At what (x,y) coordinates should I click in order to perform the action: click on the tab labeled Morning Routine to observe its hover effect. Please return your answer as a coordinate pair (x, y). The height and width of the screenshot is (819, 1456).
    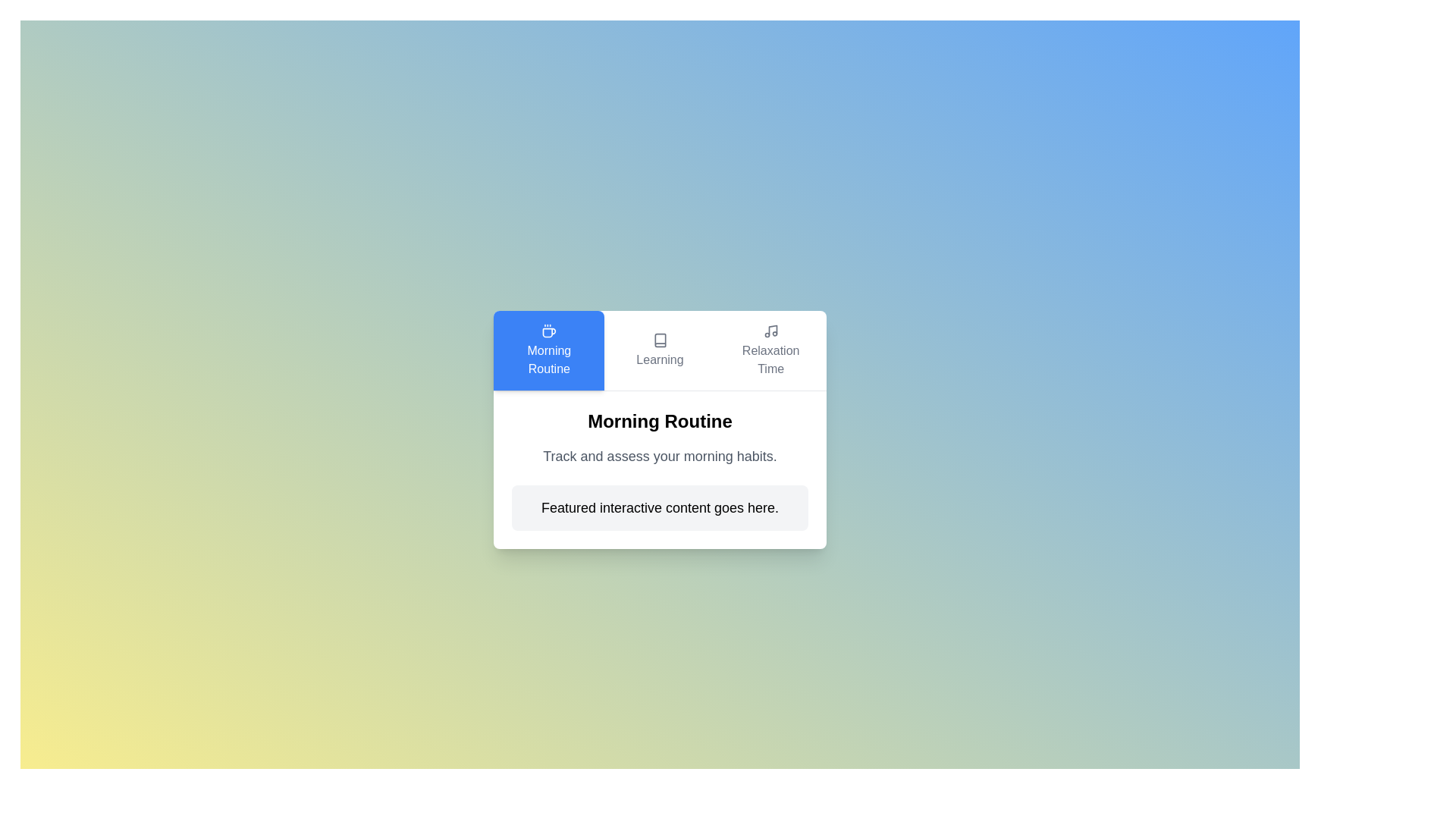
    Looking at the image, I should click on (548, 350).